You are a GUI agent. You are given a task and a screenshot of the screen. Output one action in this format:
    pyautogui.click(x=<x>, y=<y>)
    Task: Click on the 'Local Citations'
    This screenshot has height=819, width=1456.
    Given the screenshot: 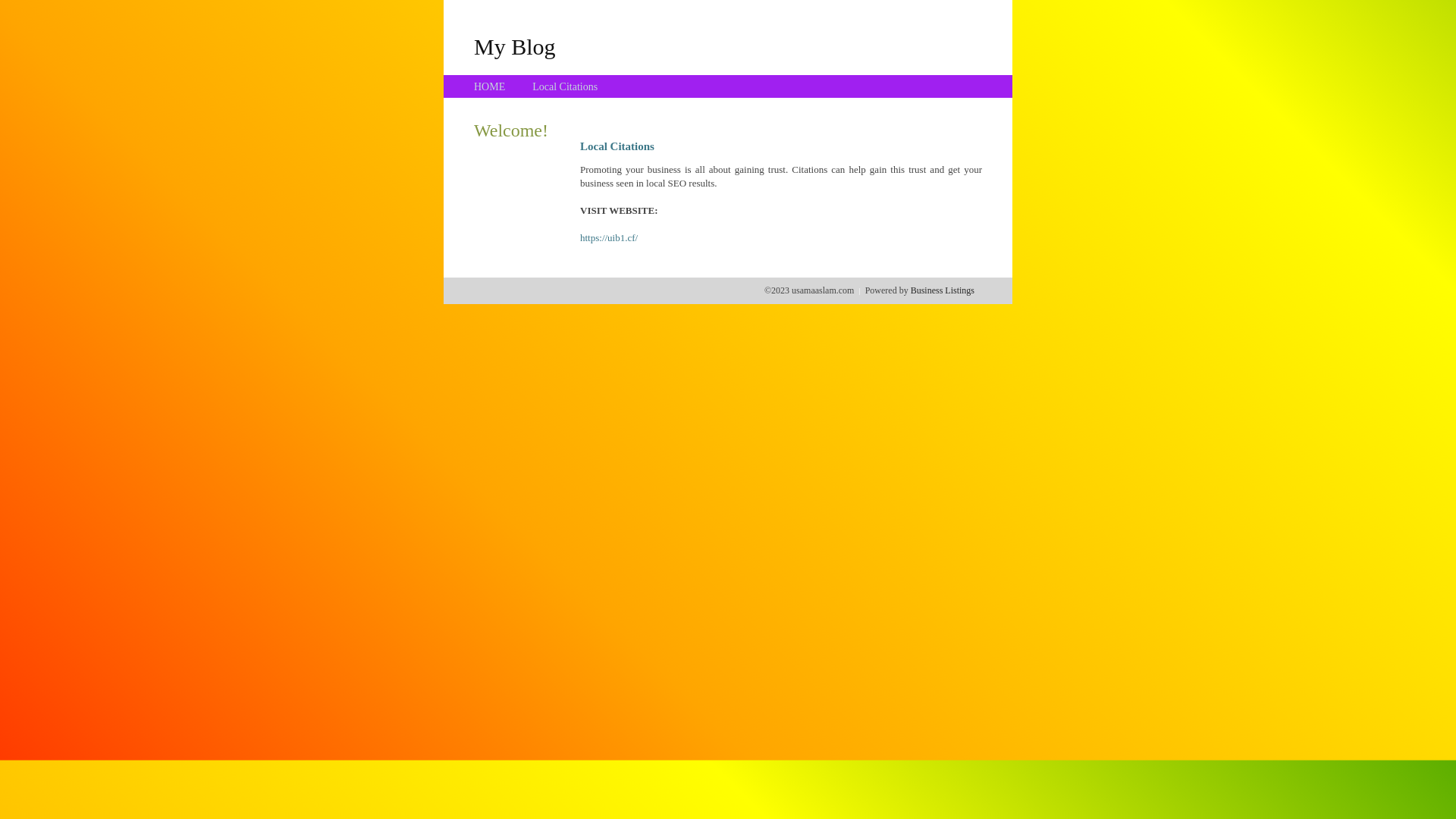 What is the action you would take?
    pyautogui.click(x=532, y=86)
    